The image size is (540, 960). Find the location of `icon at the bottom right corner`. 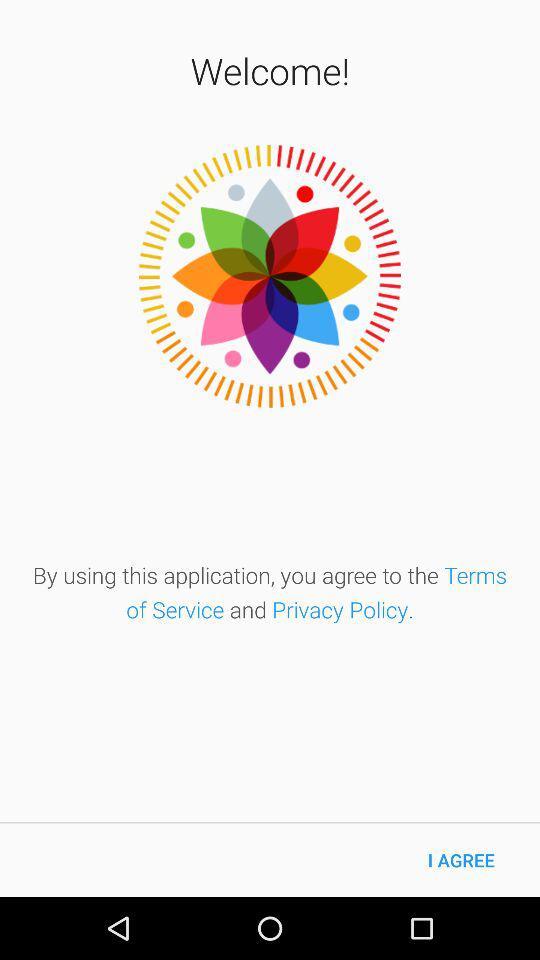

icon at the bottom right corner is located at coordinates (461, 859).